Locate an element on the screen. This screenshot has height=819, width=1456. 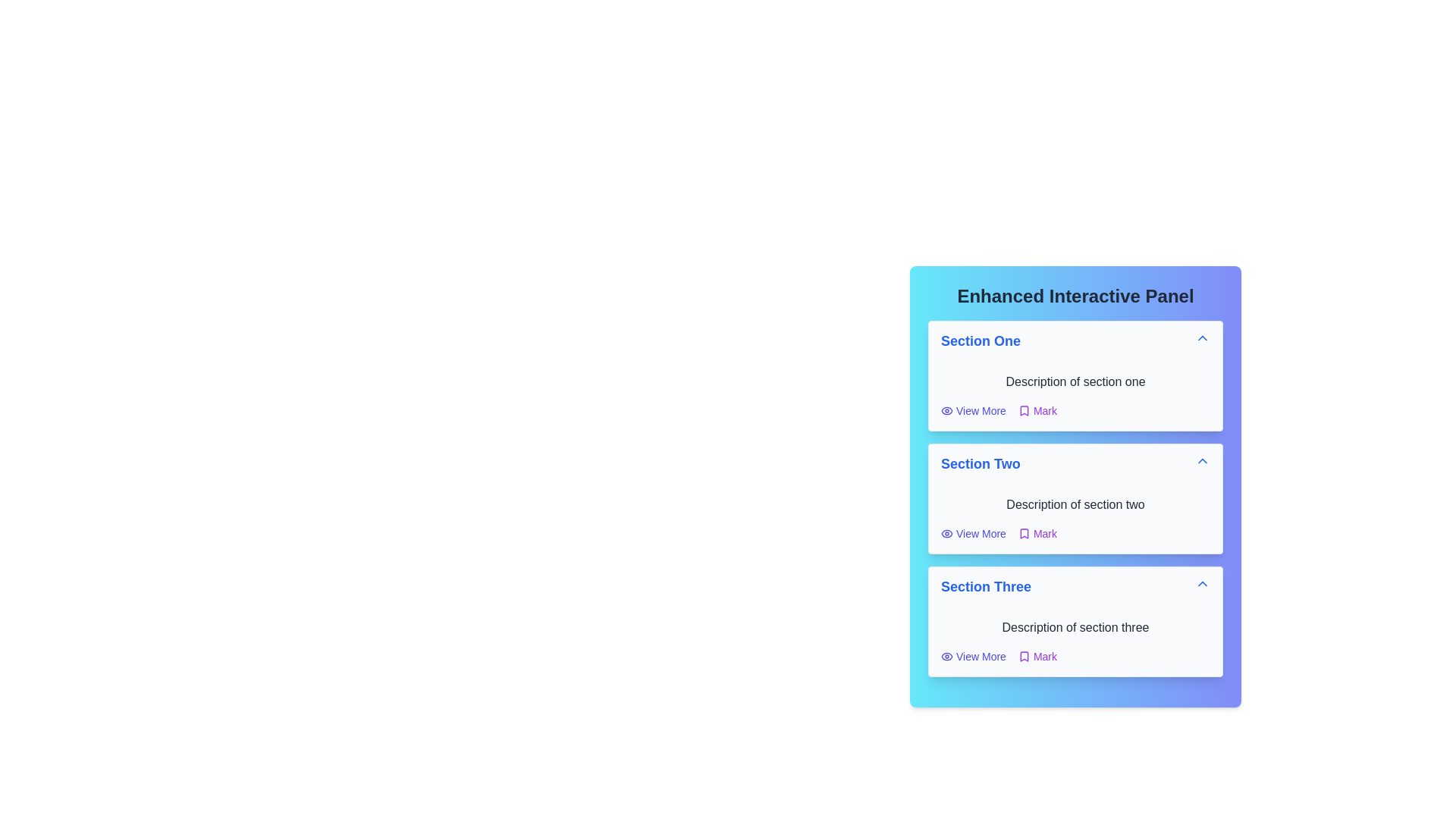
the 'Mark' button in the Interactive action group located at the bottom of the 'Section Three' card within the 'Enhanced Interactive Panel' to bookmark the section is located at coordinates (1075, 656).